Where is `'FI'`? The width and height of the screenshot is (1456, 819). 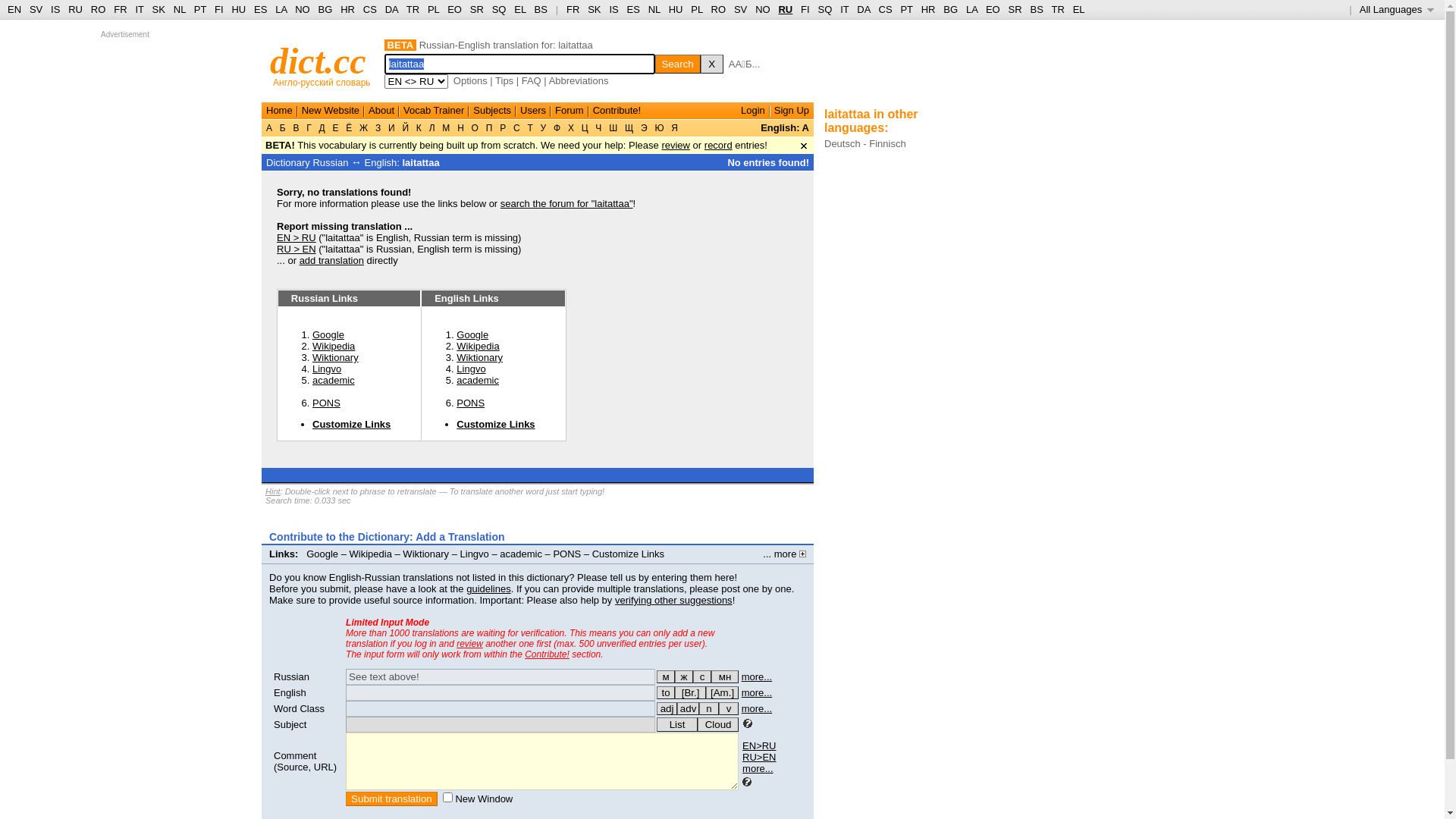 'FI' is located at coordinates (218, 9).